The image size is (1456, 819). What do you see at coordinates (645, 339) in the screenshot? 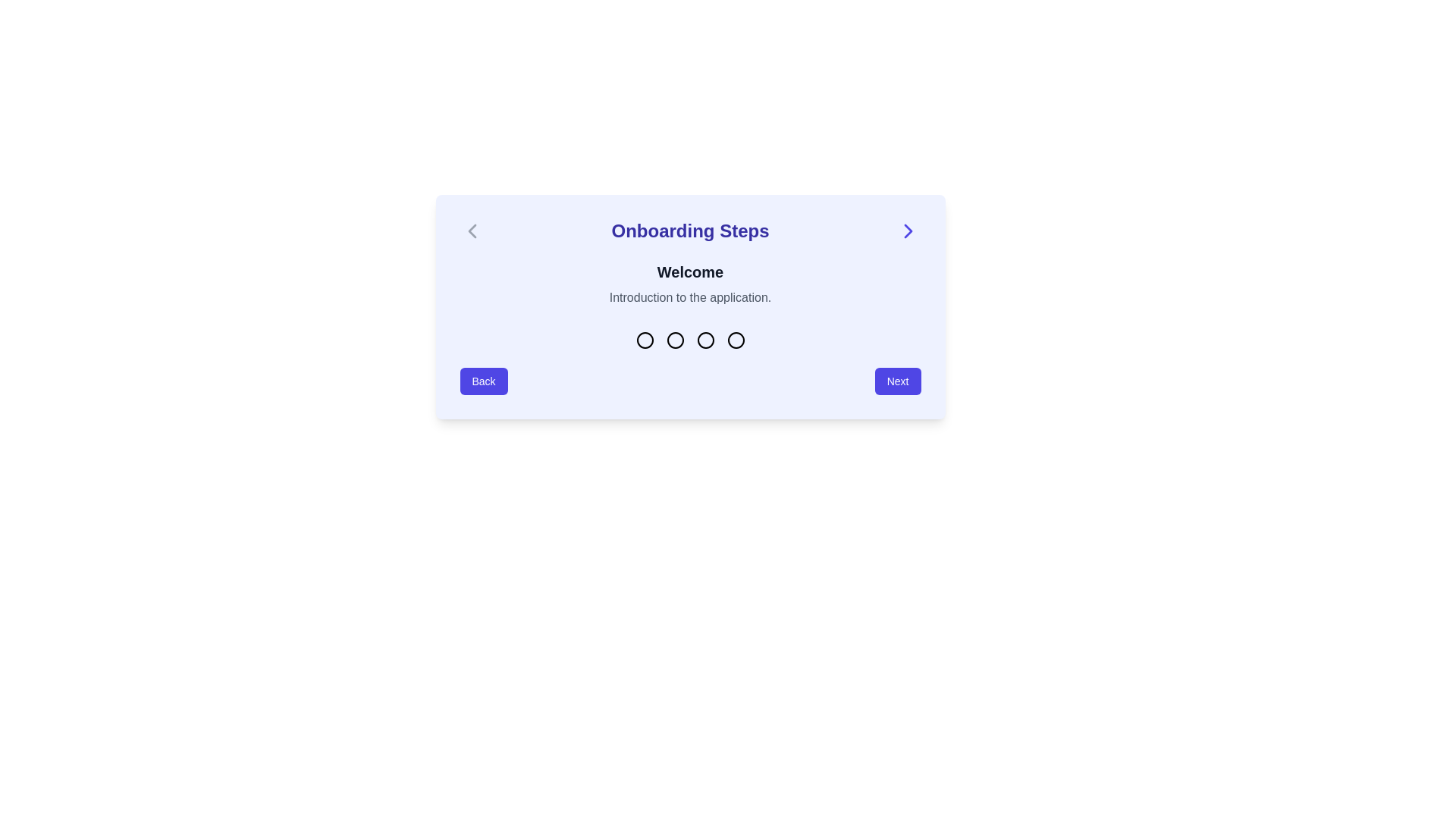
I see `the second circular indicator in the onboarding step sequence, which is part of a group of four circles` at bounding box center [645, 339].